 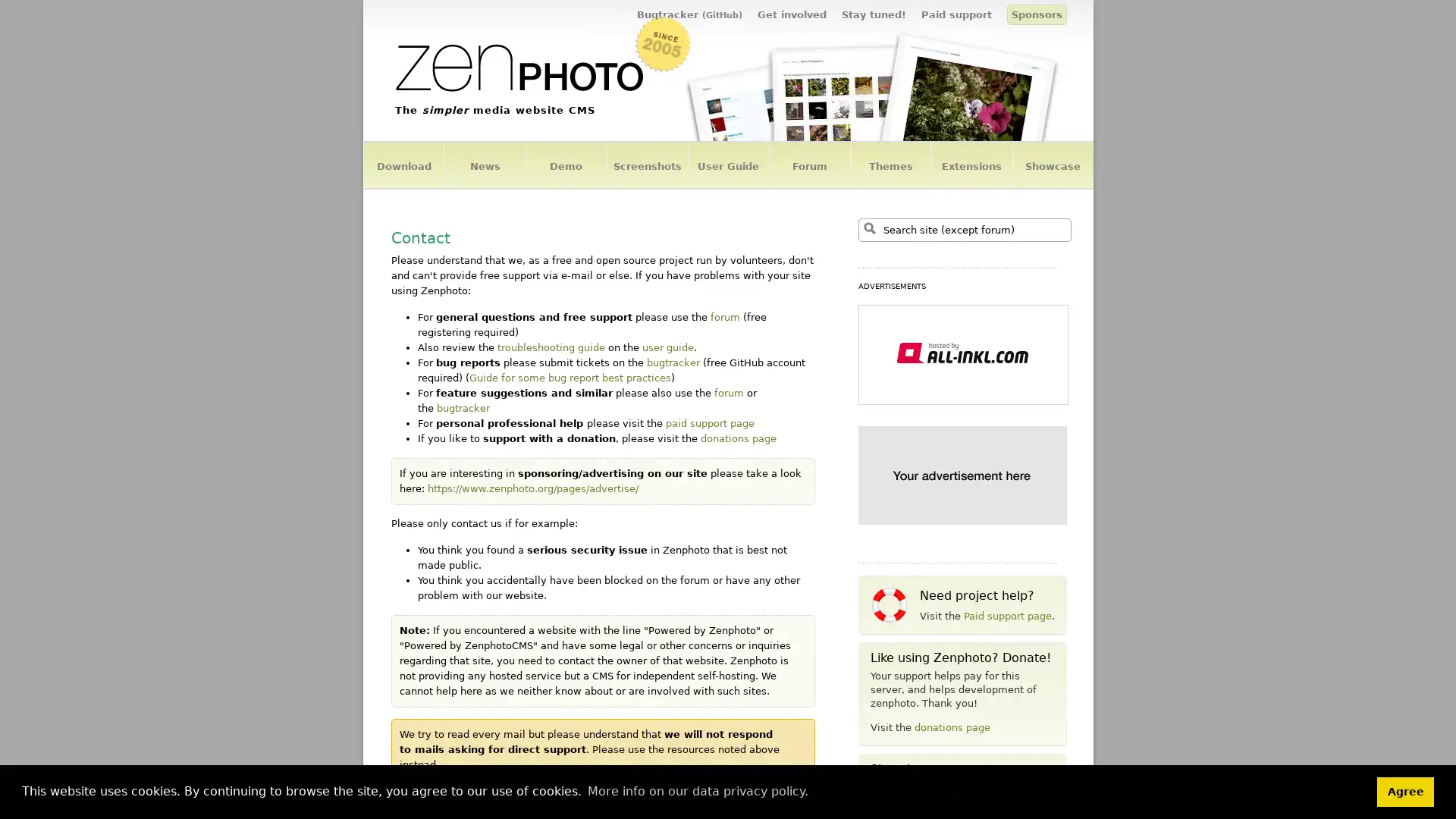 What do you see at coordinates (697, 791) in the screenshot?
I see `learn more about cookies` at bounding box center [697, 791].